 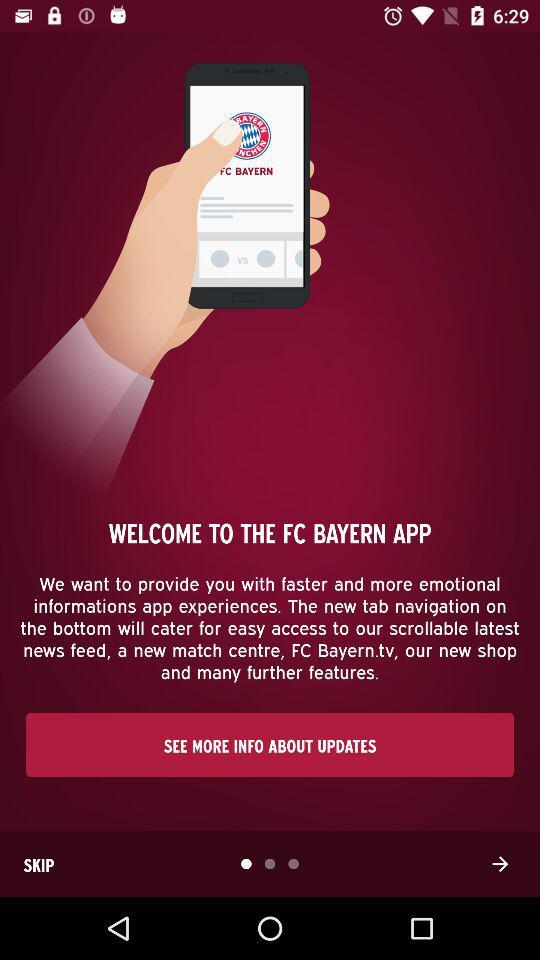 I want to click on the see more info item, so click(x=270, y=743).